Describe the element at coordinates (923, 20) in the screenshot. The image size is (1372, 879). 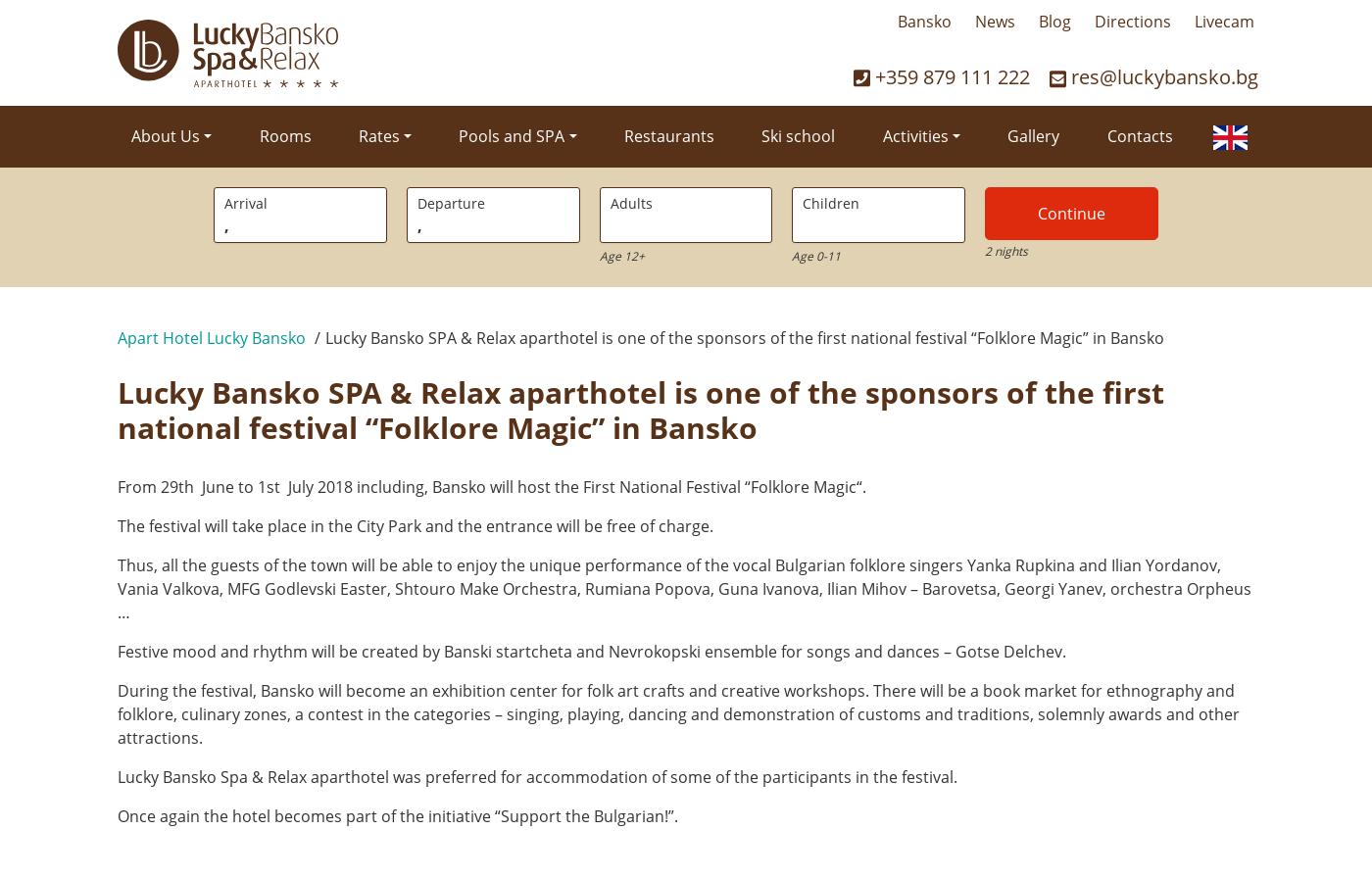
I see `'Bansko'` at that location.